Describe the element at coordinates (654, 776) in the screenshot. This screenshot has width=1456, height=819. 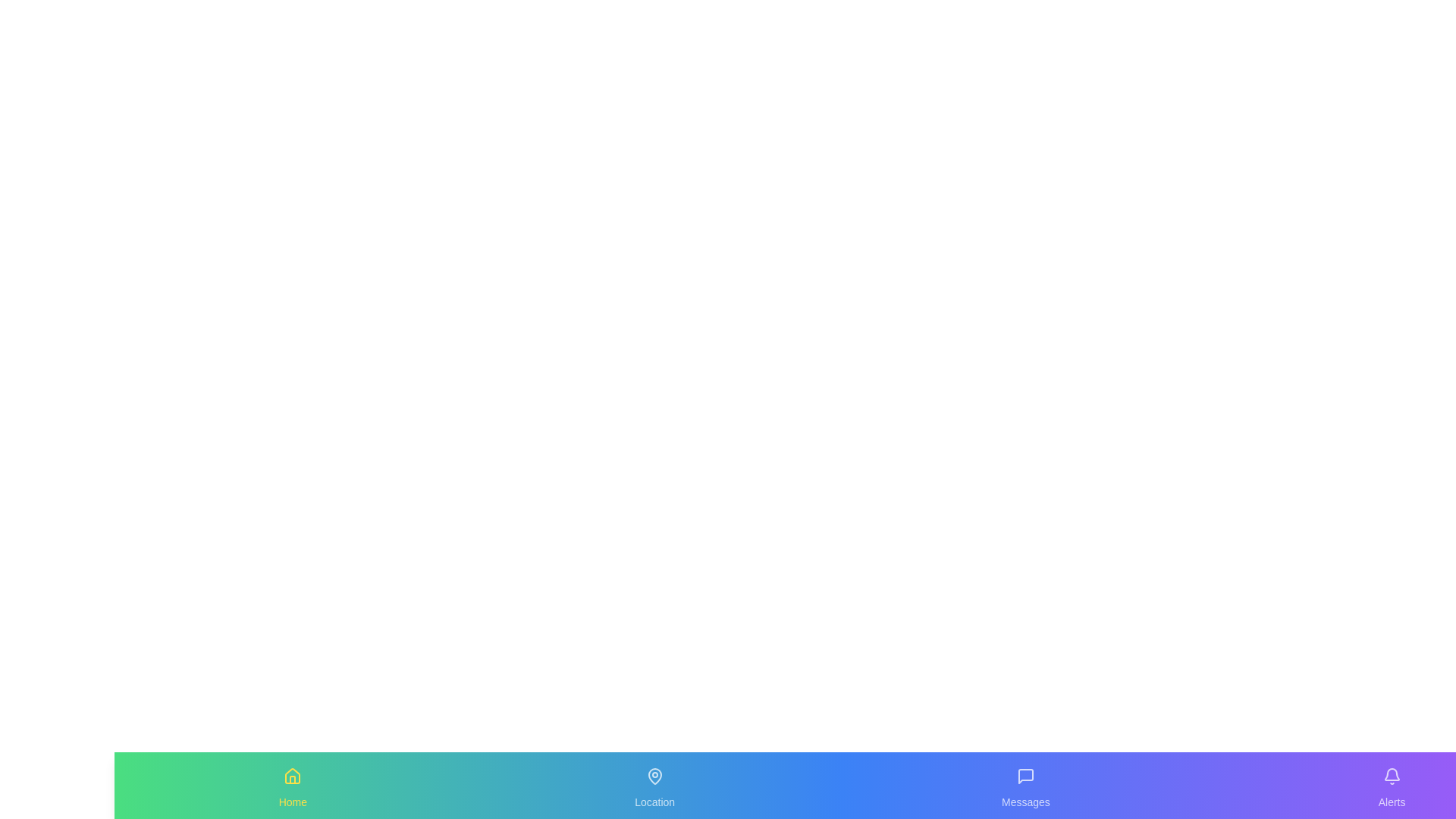
I see `the icon labeled 'Location' to observe its hover effect` at that location.